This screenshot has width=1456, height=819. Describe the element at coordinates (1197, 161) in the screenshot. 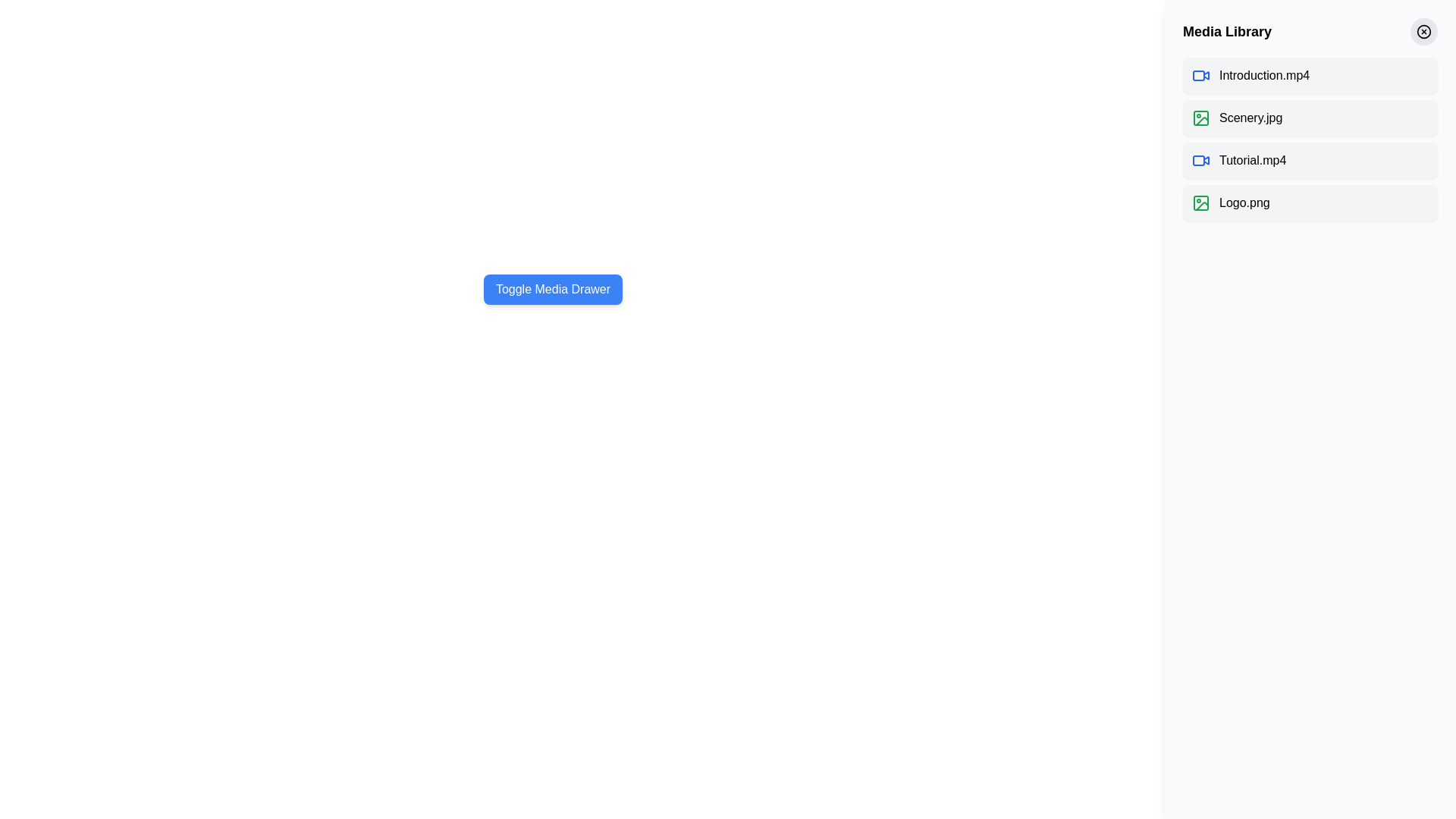

I see `the video type icon associated with the 'Tutorial.mp4' file in the media library panel, located in the top-right section of the interface` at that location.